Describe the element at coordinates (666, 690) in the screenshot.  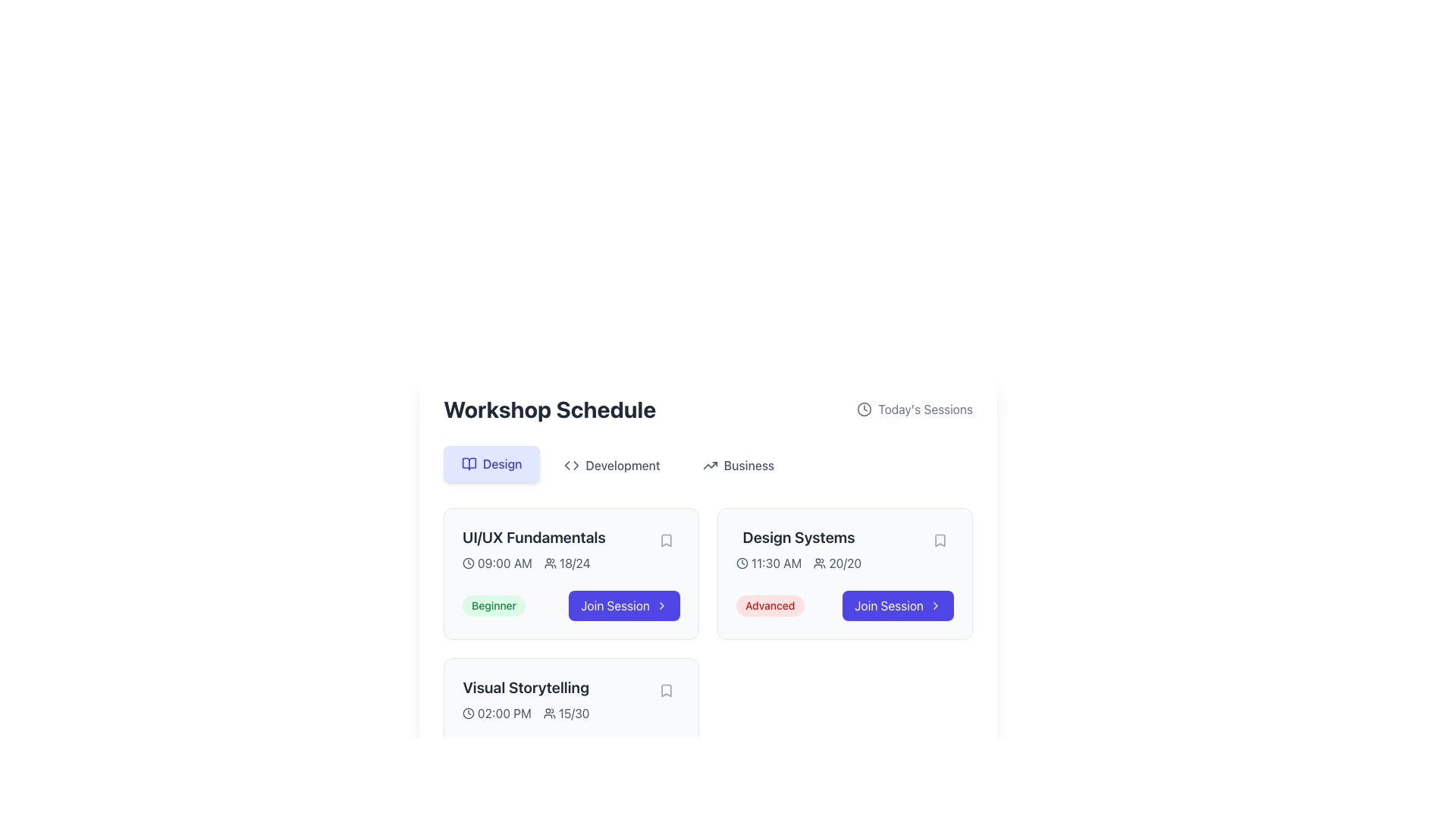
I see `the bookmark icon` at that location.